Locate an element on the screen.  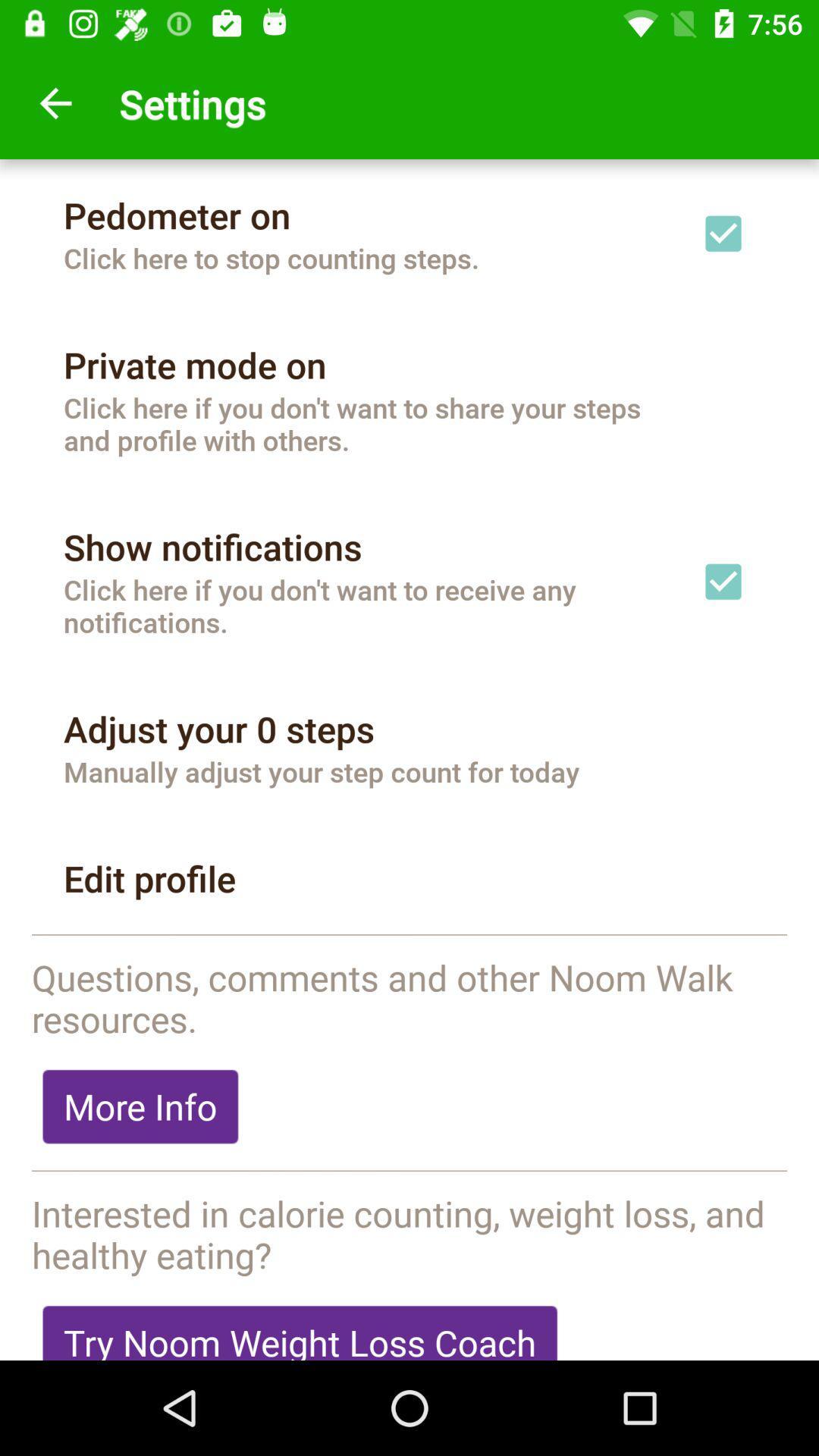
try noom weight icon is located at coordinates (300, 1326).